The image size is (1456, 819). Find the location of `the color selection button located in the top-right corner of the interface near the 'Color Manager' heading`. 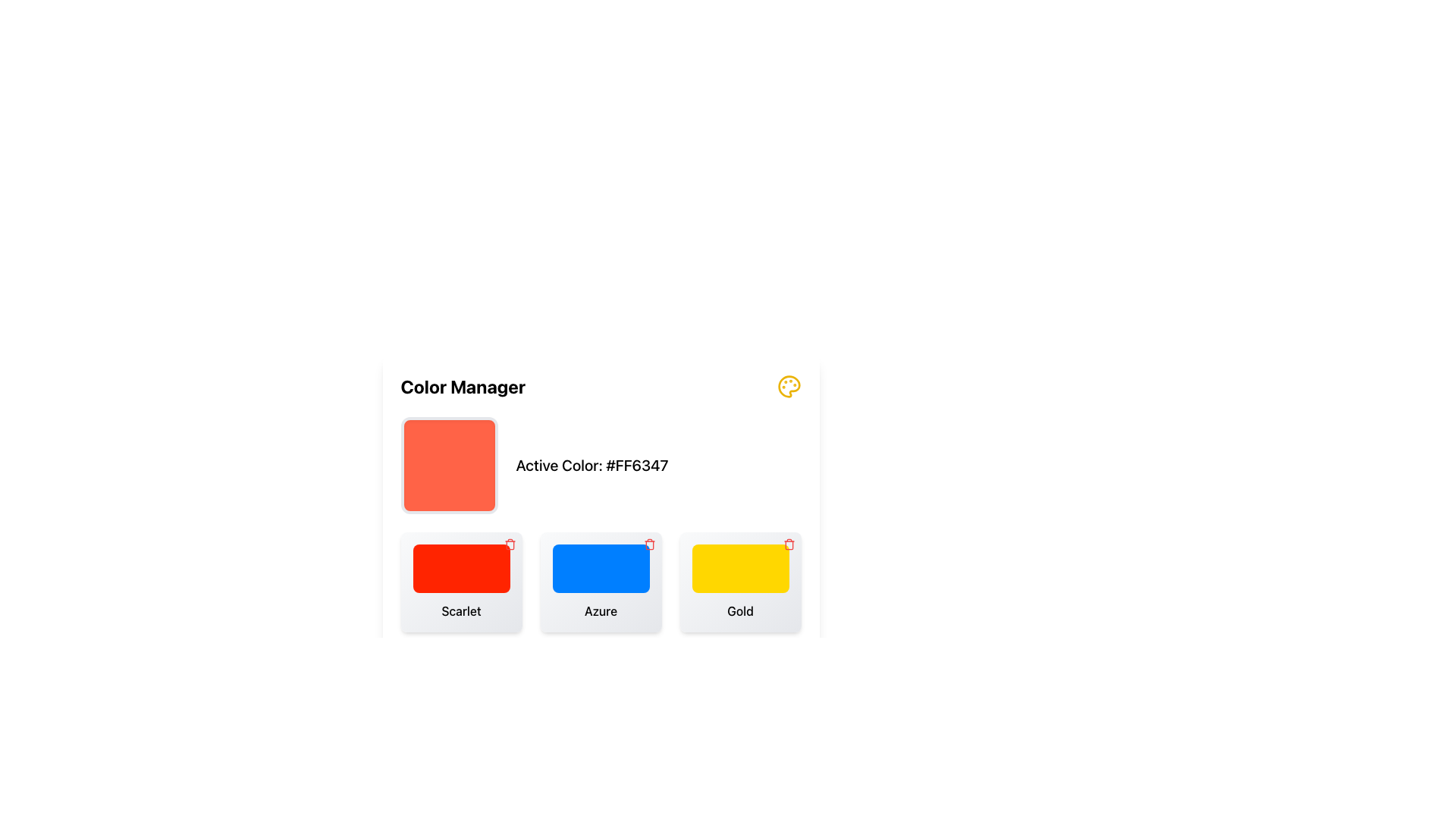

the color selection button located in the top-right corner of the interface near the 'Color Manager' heading is located at coordinates (789, 385).